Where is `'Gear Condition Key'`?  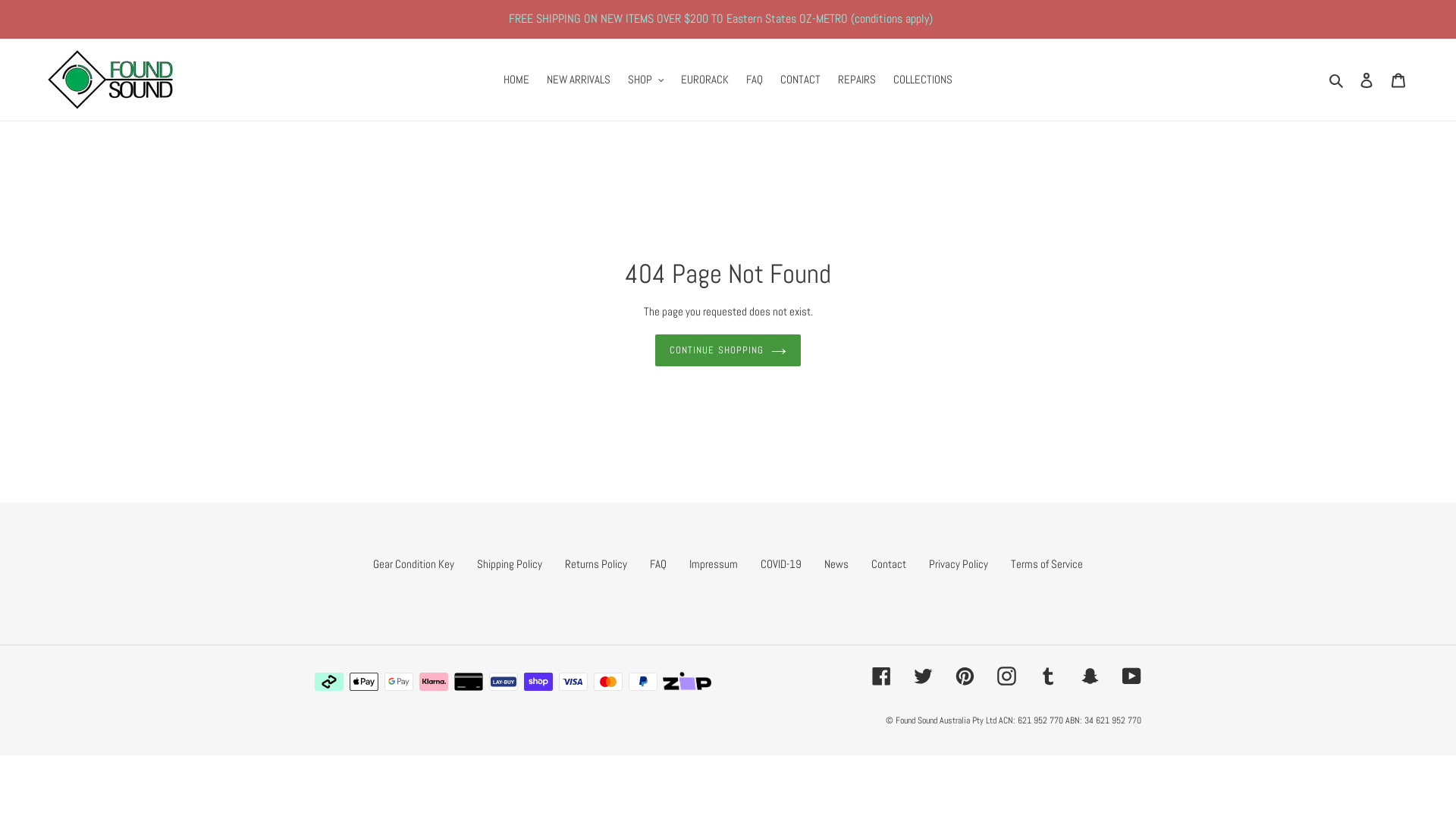
'Gear Condition Key' is located at coordinates (372, 563).